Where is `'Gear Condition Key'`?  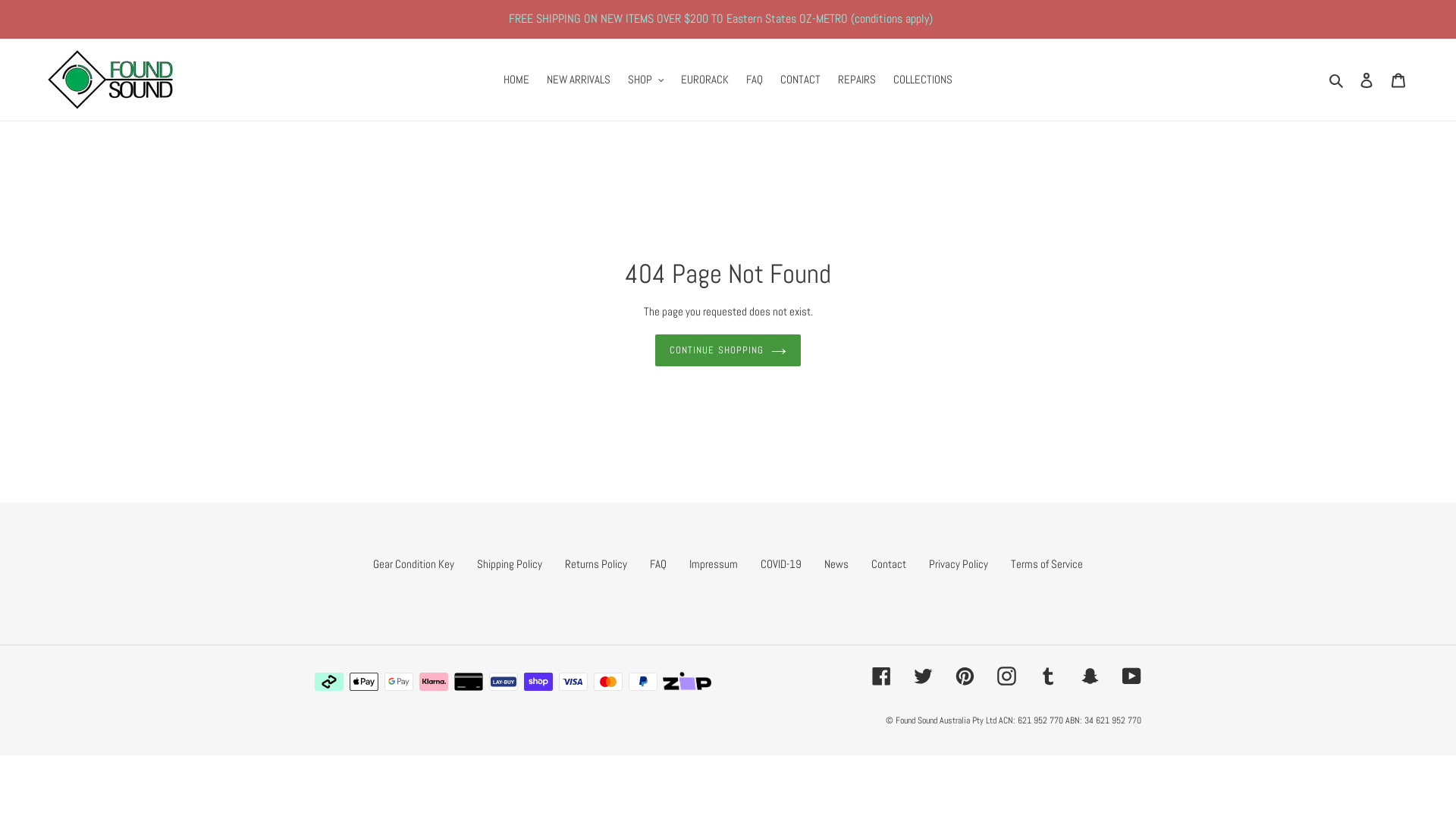
'Gear Condition Key' is located at coordinates (372, 563).